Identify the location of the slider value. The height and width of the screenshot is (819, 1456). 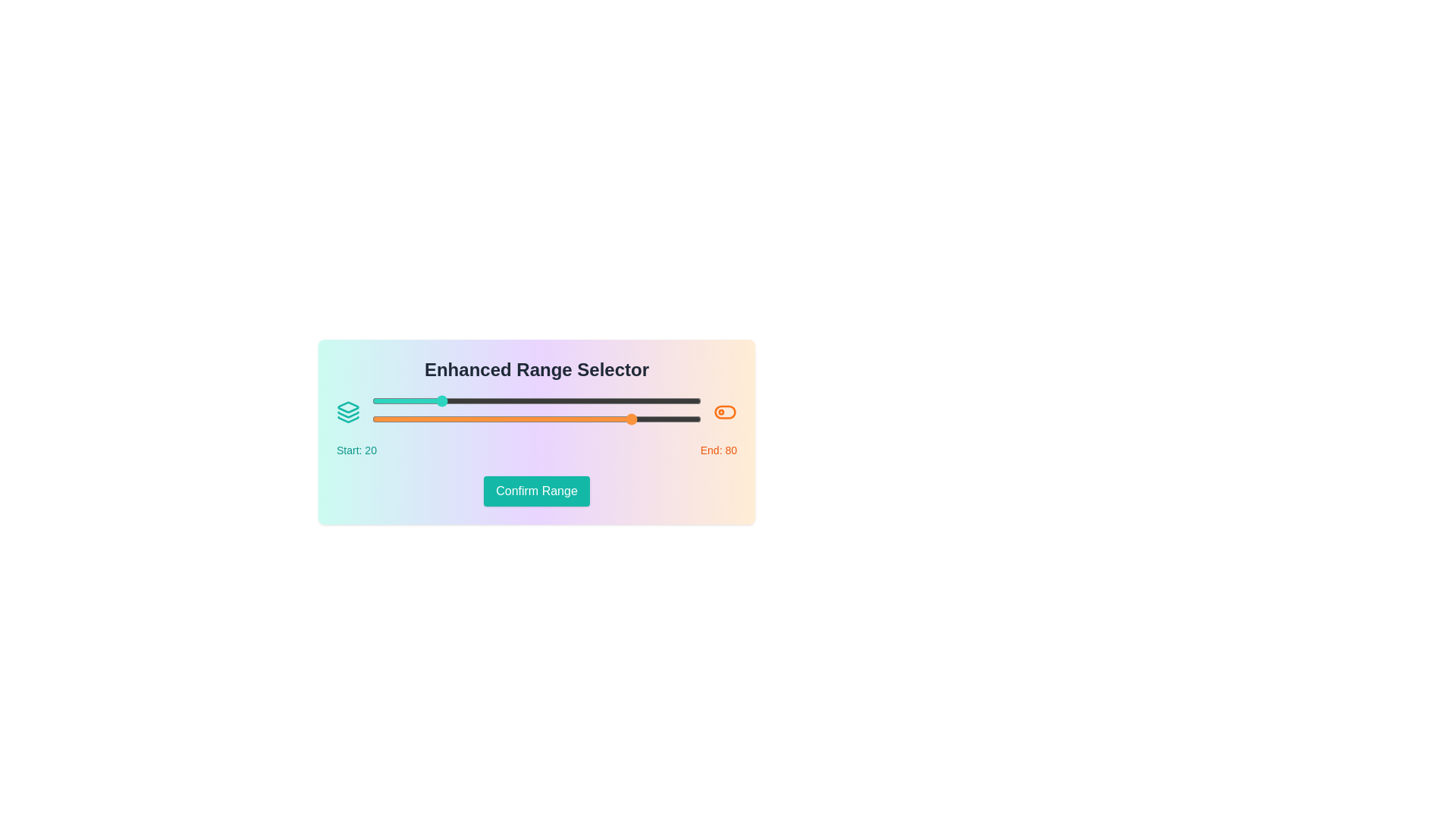
(507, 419).